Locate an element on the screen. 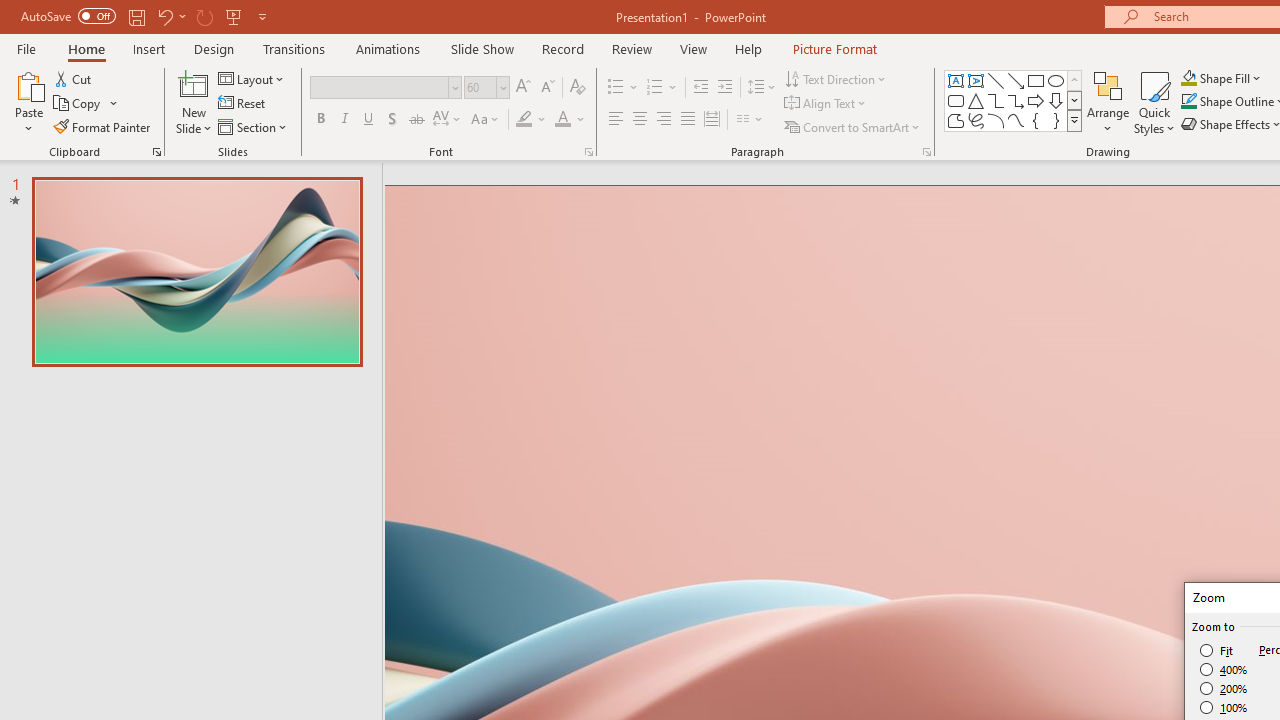 The image size is (1280, 720). 'Line Arrow' is located at coordinates (1016, 80).